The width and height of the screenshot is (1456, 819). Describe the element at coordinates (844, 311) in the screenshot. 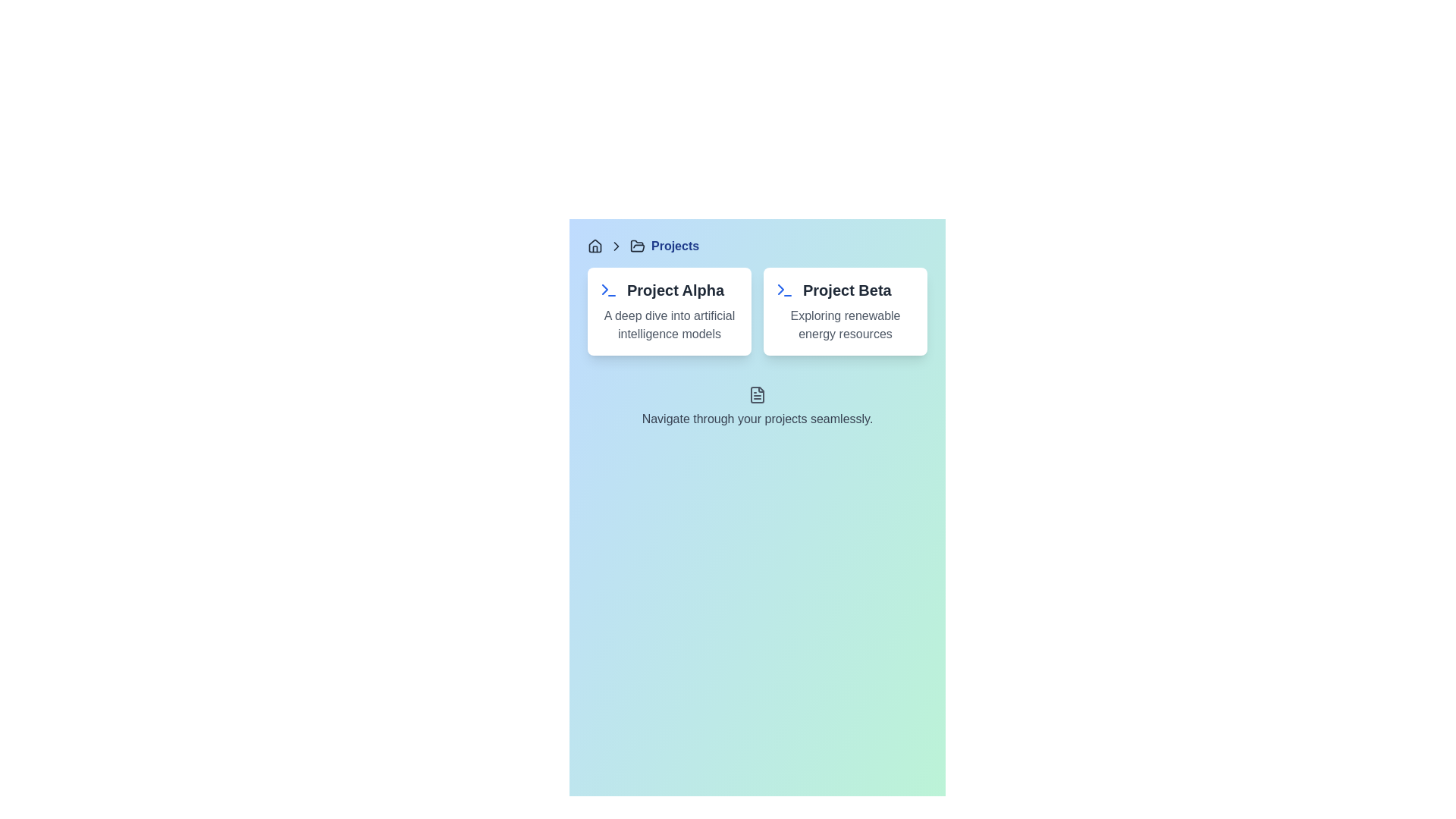

I see `the project summary card for 'Project Beta' which is the second card in the grid layout, located to the right of 'Project Alpha'` at that location.